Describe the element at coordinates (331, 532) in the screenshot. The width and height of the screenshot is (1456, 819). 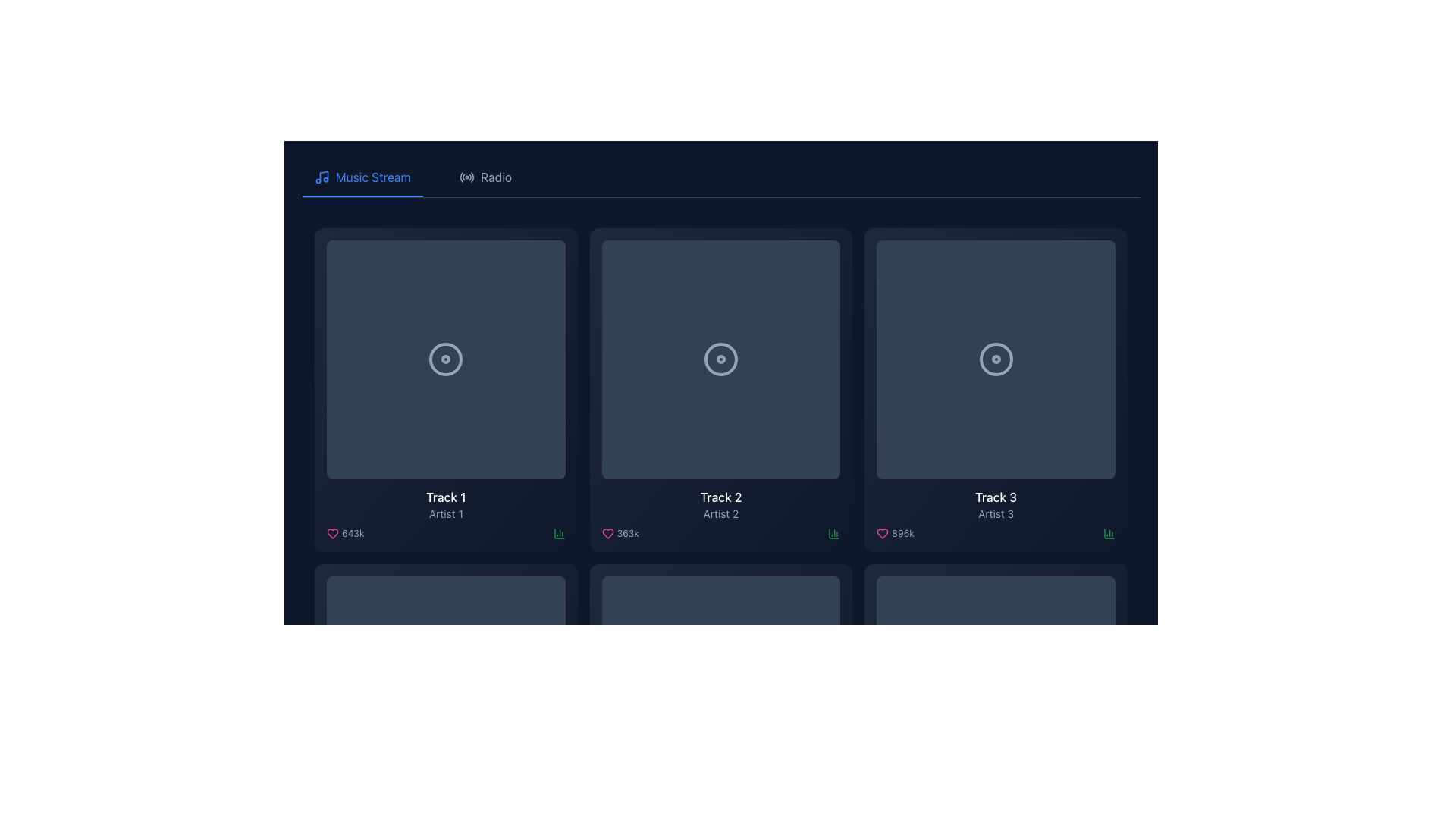
I see `the heart icon button located at the bottom left of the first track card to like the associated track` at that location.